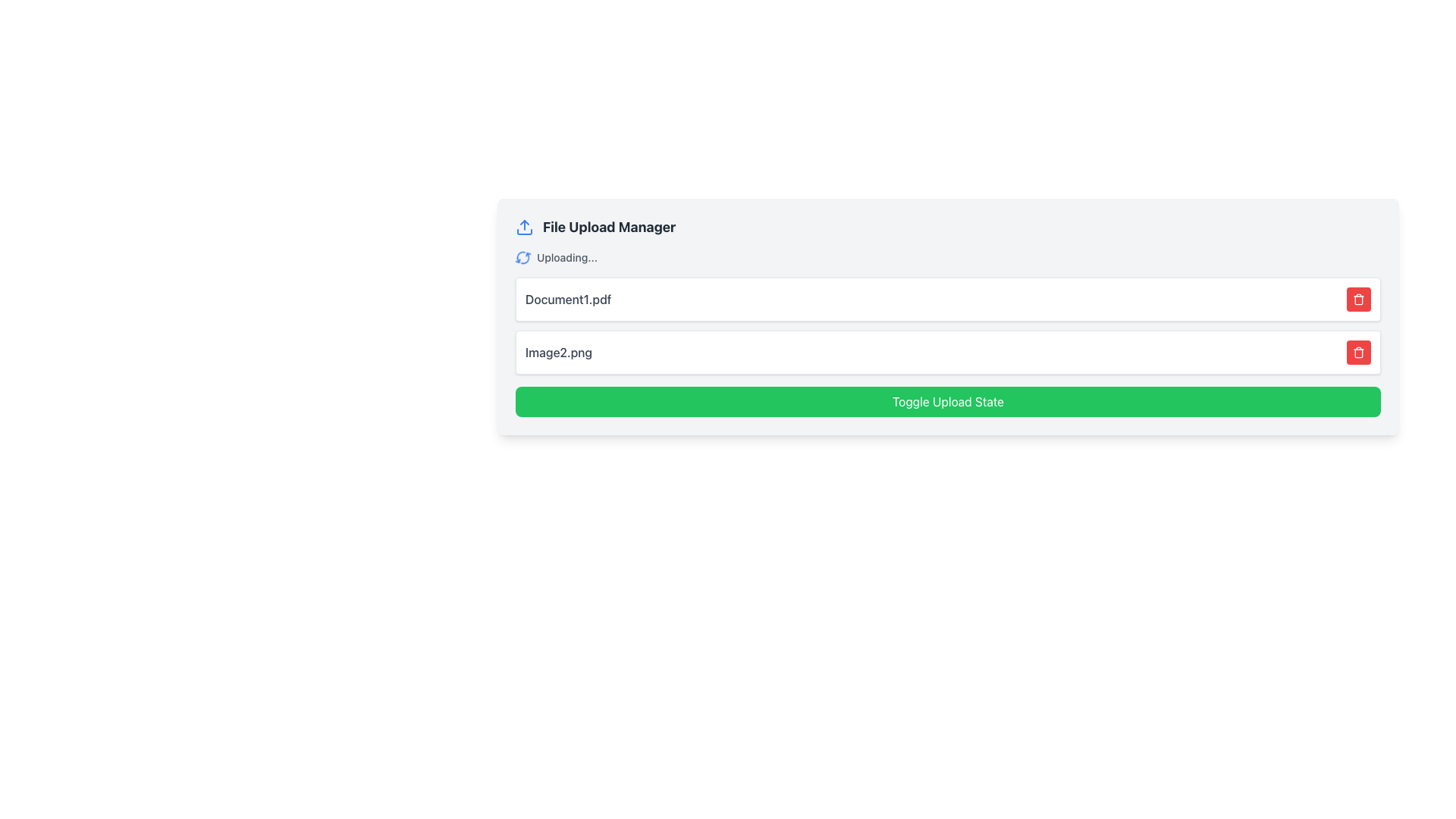 The width and height of the screenshot is (1456, 819). What do you see at coordinates (609, 227) in the screenshot?
I see `the Static Text element that serves as the title for the file management interface, located at the top-left section above the 'Uploading...' label` at bounding box center [609, 227].